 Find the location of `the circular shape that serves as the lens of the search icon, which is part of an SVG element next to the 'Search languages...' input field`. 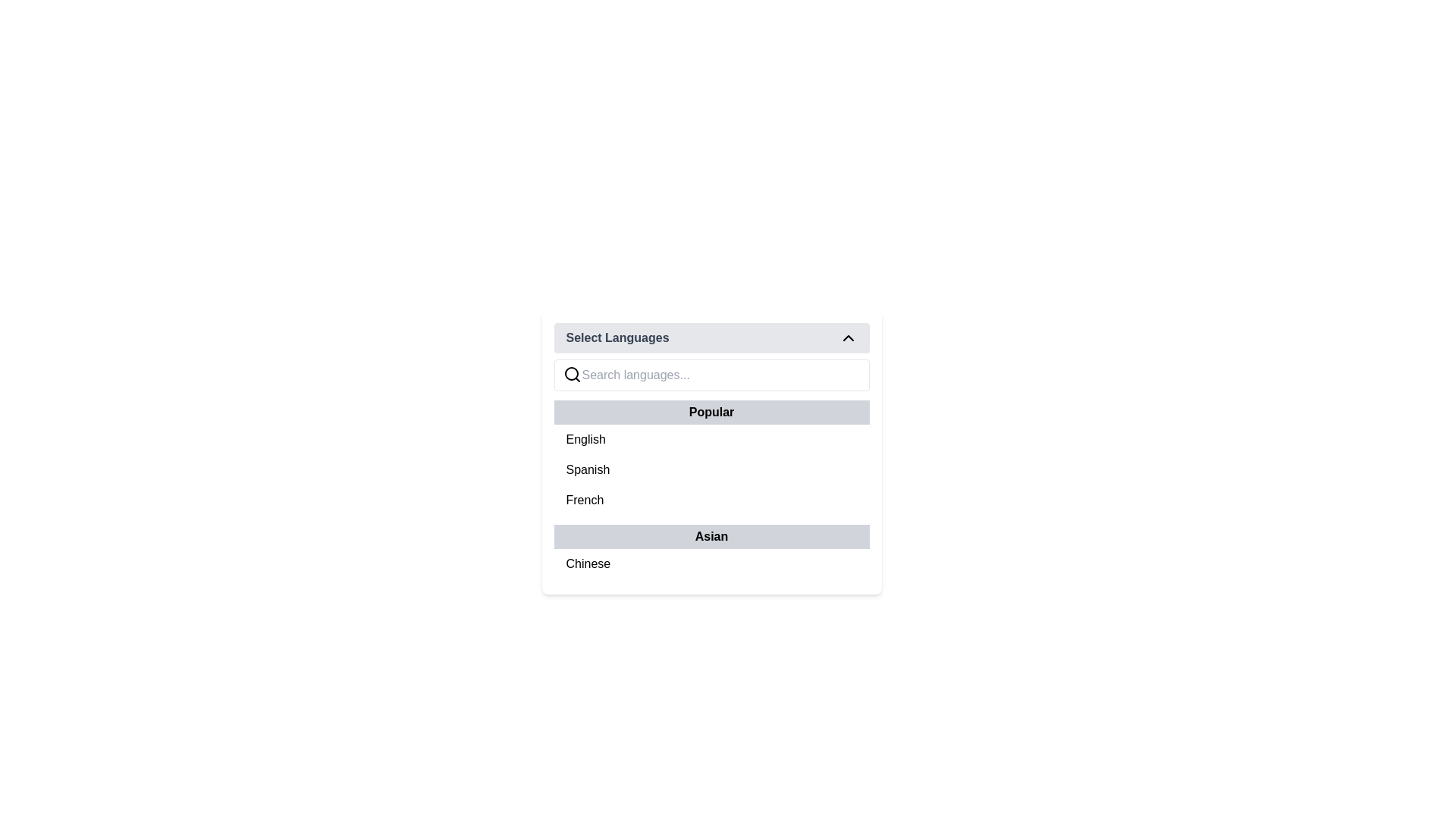

the circular shape that serves as the lens of the search icon, which is part of an SVG element next to the 'Search languages...' input field is located at coordinates (570, 374).